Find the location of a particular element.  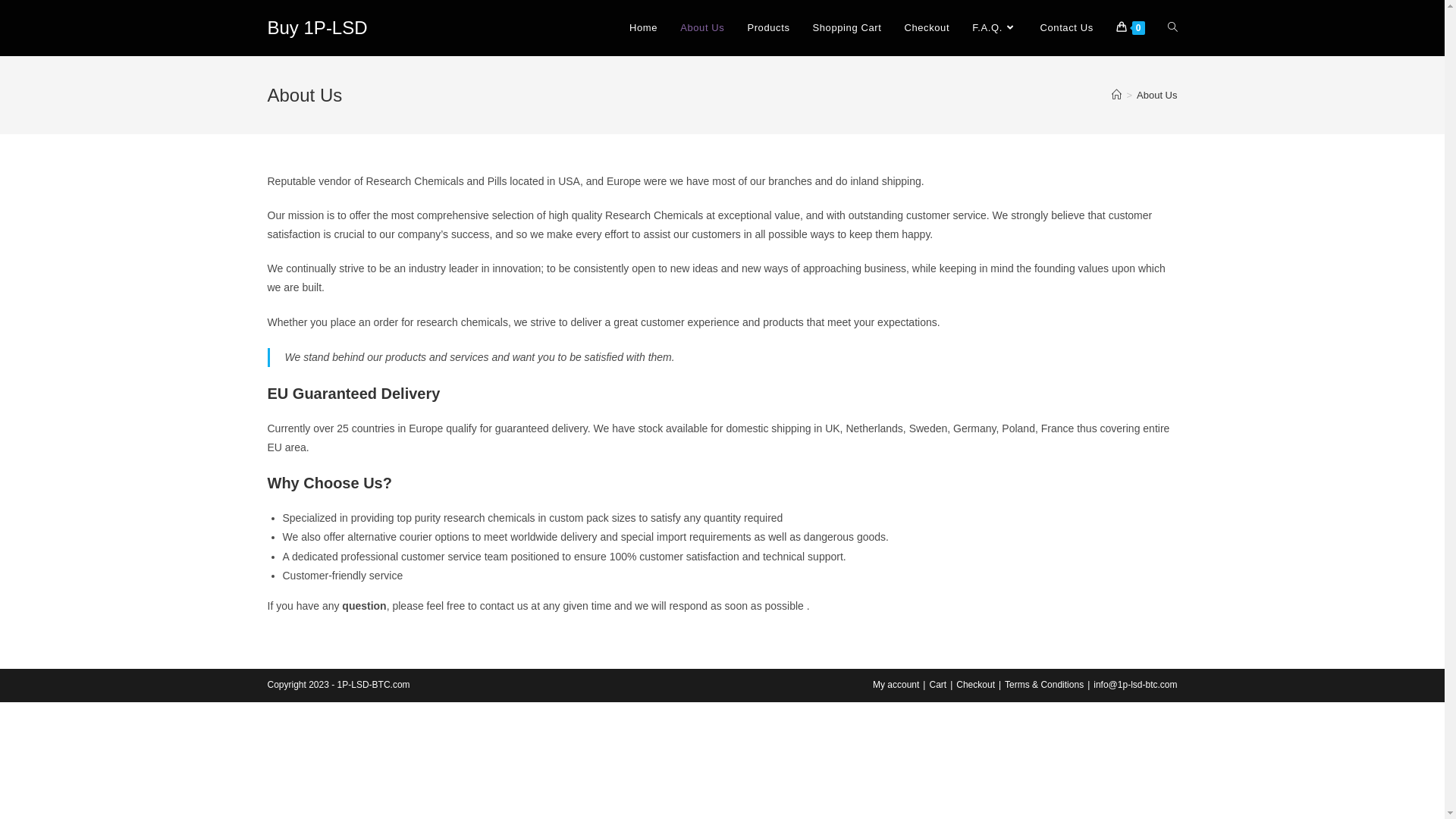

'Toggle website search' is located at coordinates (1154, 28).